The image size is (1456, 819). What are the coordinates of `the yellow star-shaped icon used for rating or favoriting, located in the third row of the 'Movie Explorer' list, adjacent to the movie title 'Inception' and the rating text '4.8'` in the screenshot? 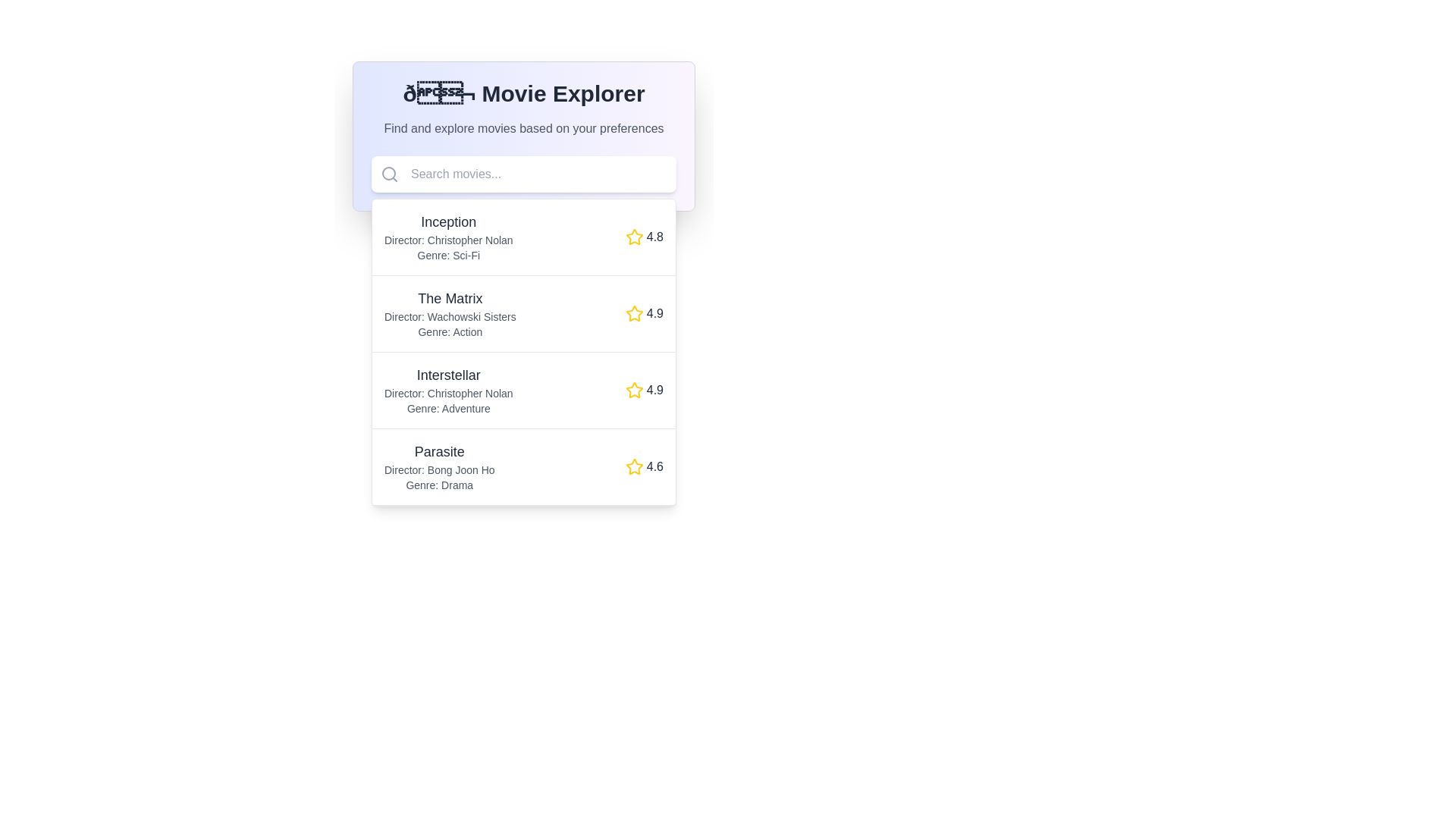 It's located at (634, 237).